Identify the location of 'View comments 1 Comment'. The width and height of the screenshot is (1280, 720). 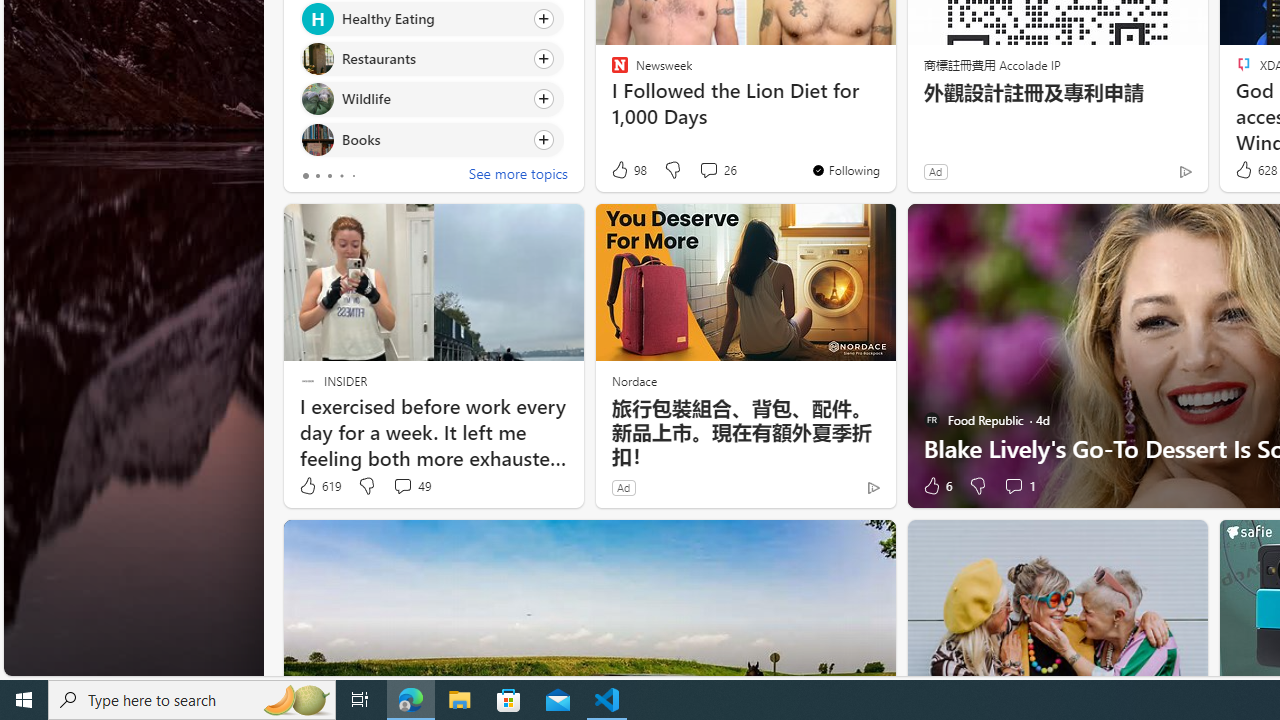
(1013, 486).